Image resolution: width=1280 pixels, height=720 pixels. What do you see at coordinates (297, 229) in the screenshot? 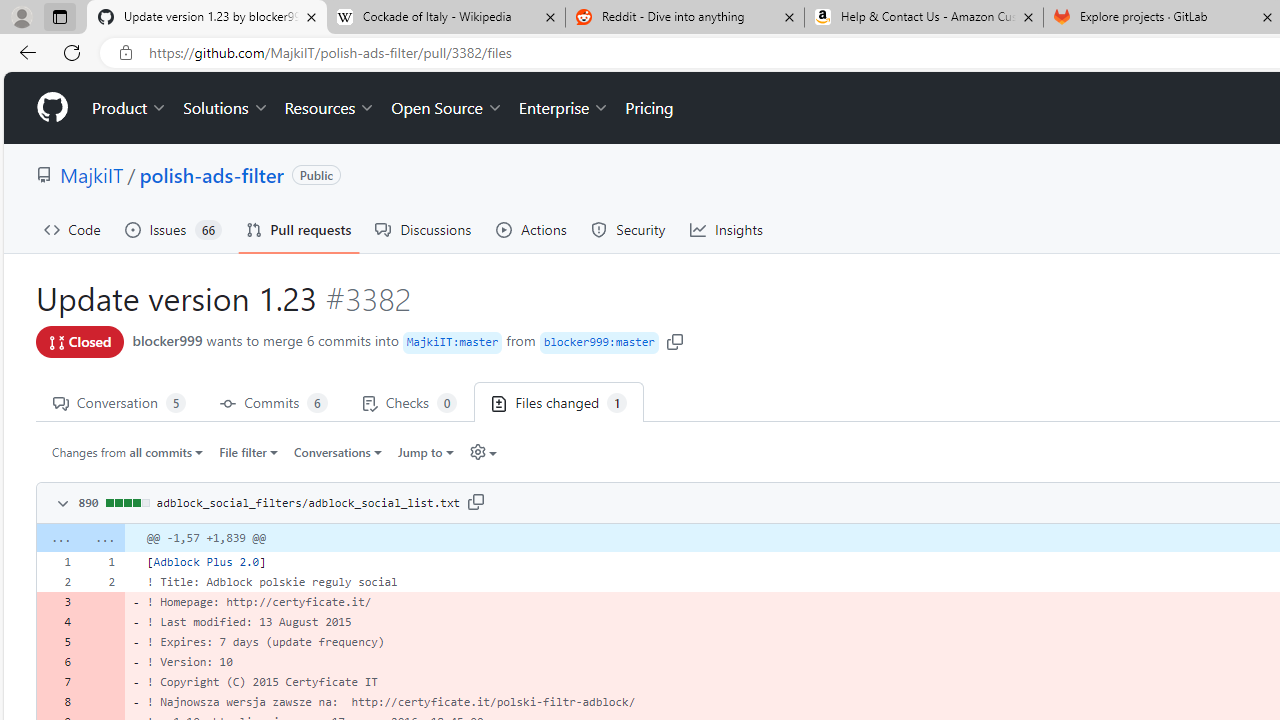
I see `'Pull requests'` at bounding box center [297, 229].